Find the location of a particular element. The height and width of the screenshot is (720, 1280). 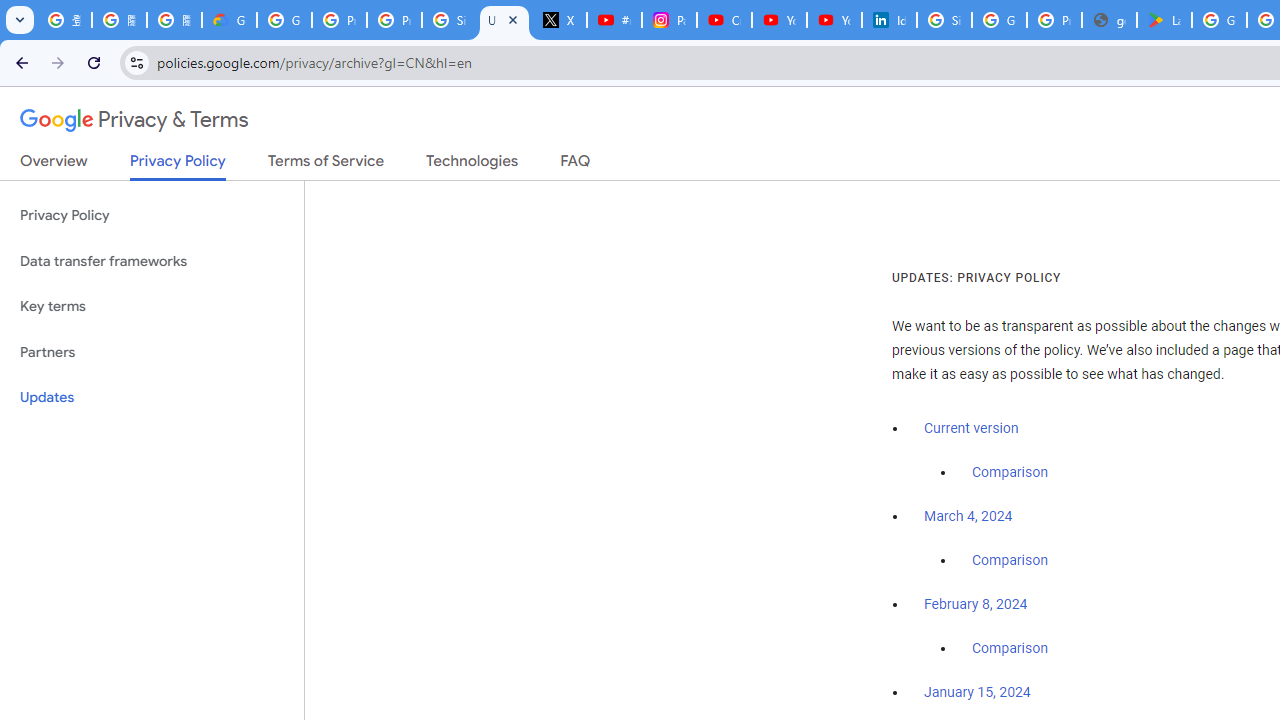

'Privacy & Terms' is located at coordinates (134, 120).